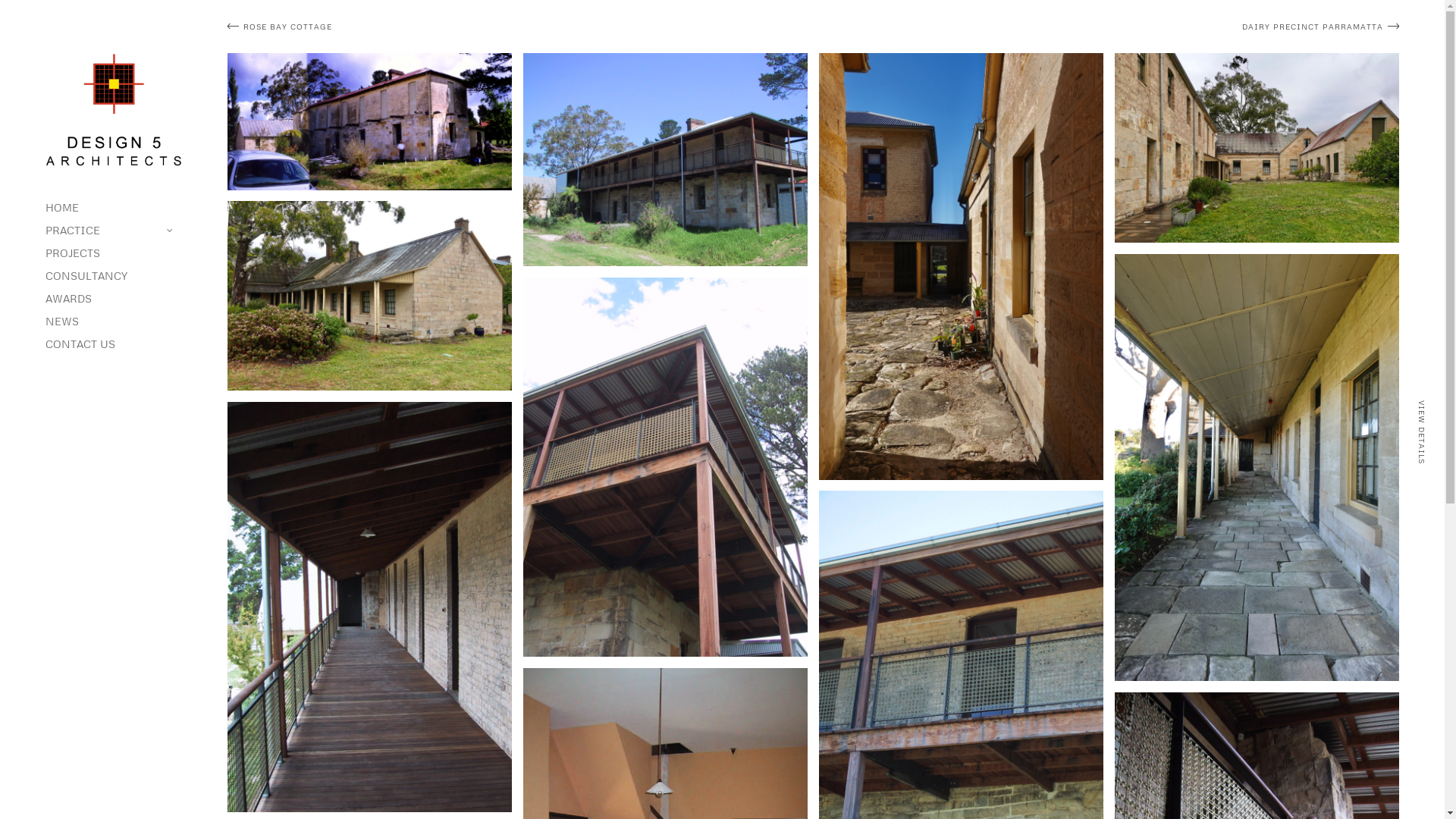 This screenshot has width=1456, height=819. What do you see at coordinates (112, 275) in the screenshot?
I see `'CONSULTANCY'` at bounding box center [112, 275].